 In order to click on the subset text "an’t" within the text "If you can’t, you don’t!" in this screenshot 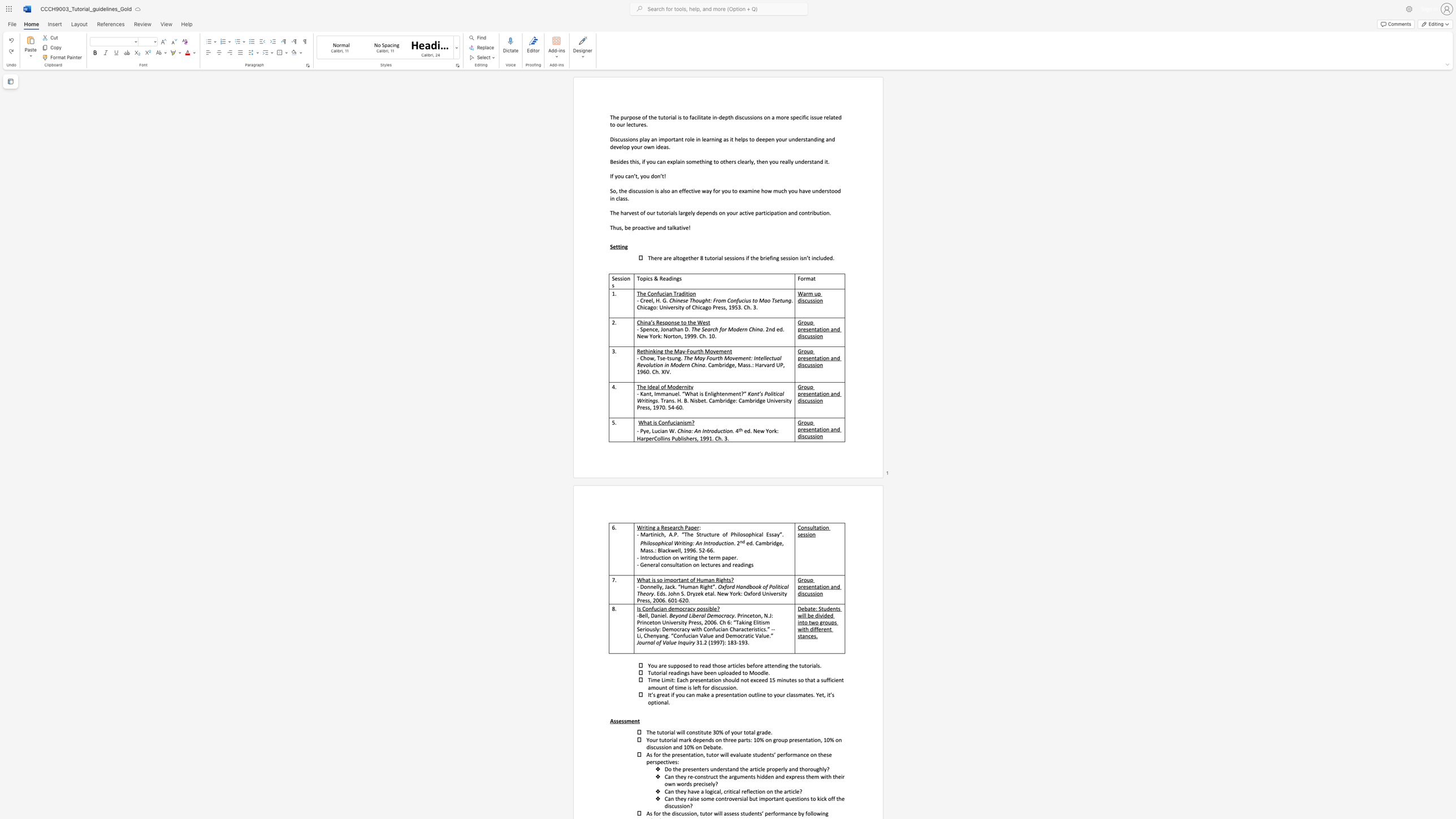, I will do `click(628, 176)`.